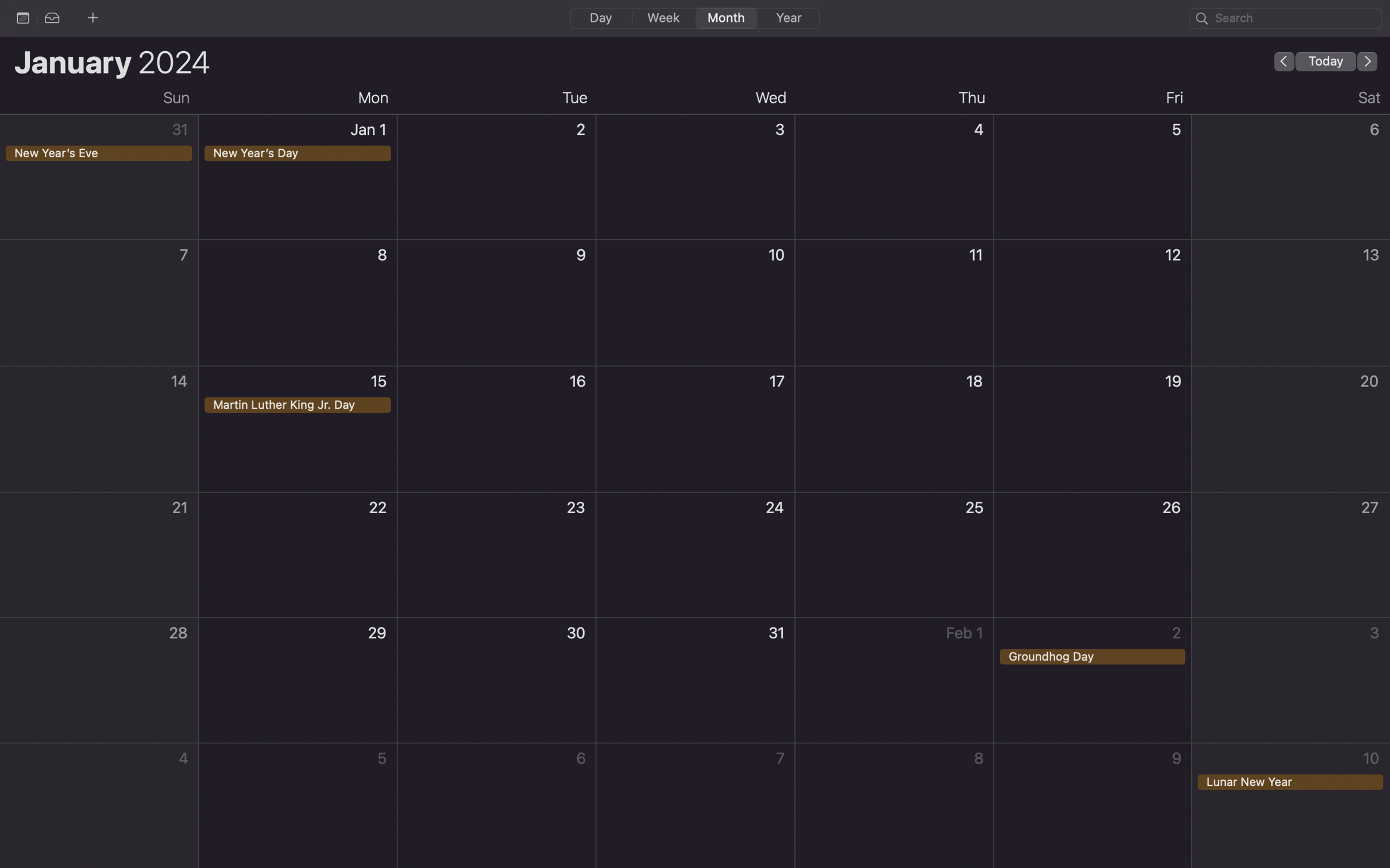 The height and width of the screenshot is (868, 1390). Describe the element at coordinates (1095, 681) in the screenshot. I see `Double click to create an event on the ground hog day` at that location.